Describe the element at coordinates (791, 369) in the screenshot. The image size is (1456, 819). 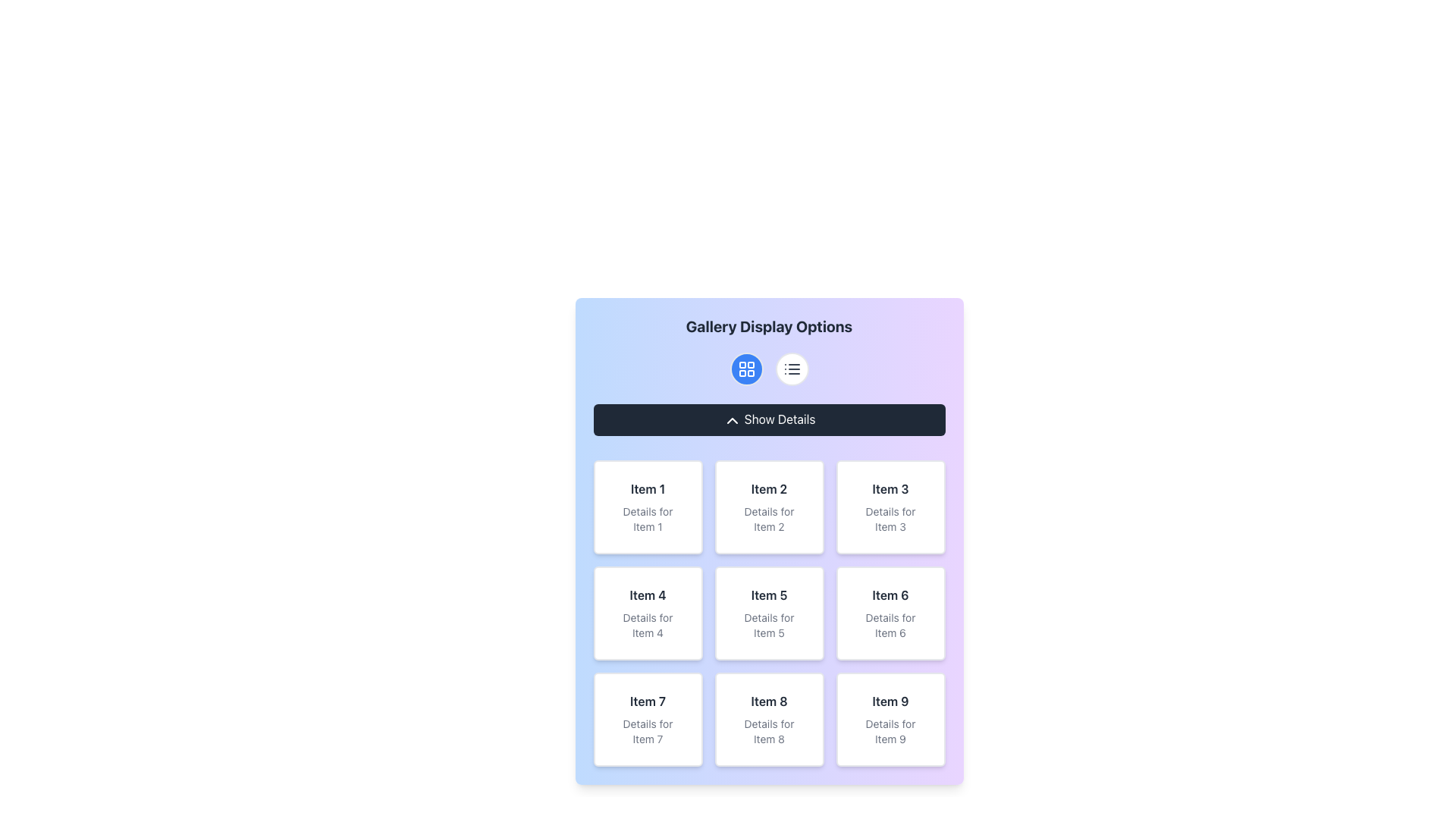
I see `the circular button with a white background and gray border that contains an icon of three horizontal lines, located to the right of the grid-icon button, to switch view display` at that location.